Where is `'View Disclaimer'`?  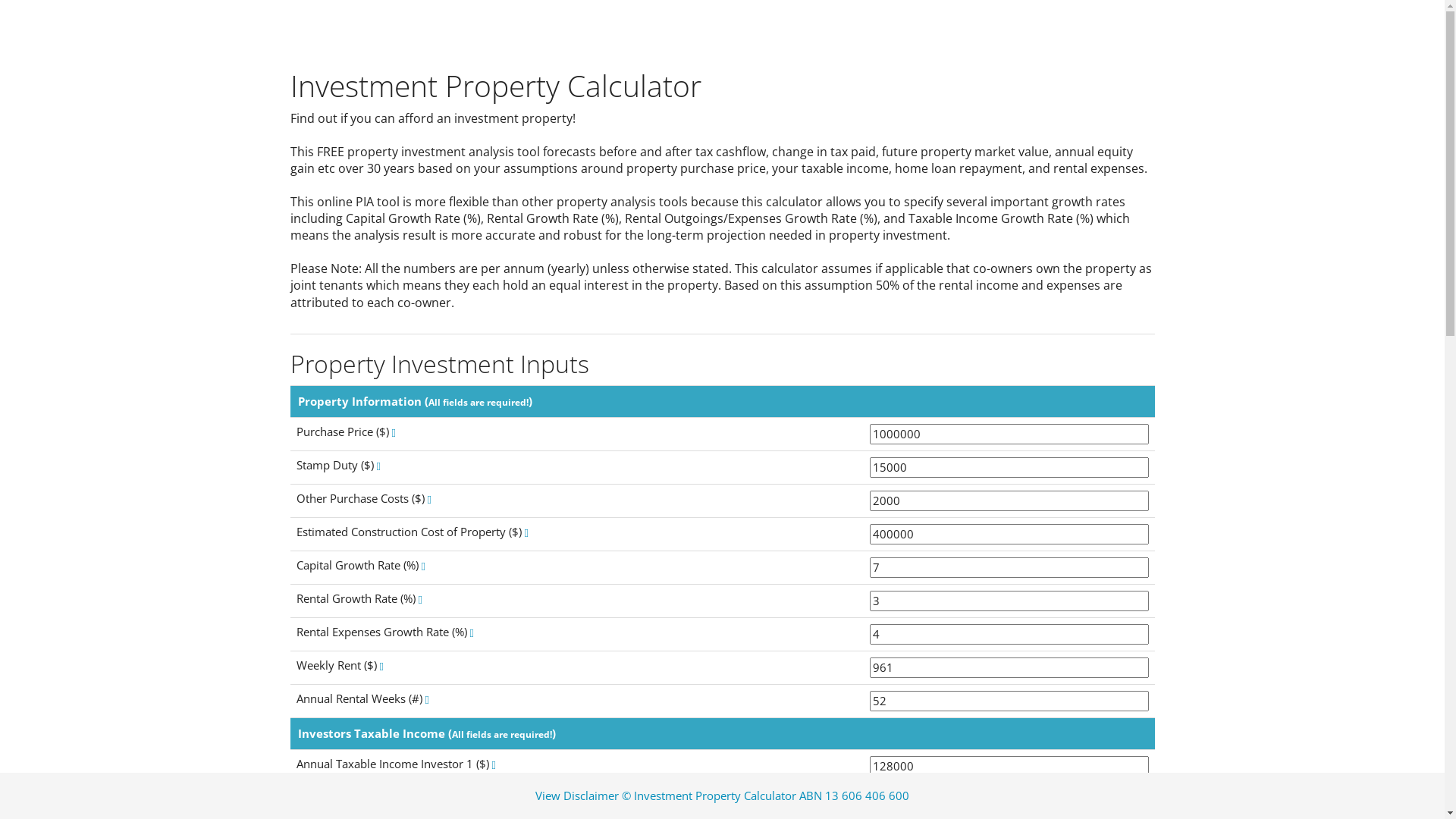 'View Disclaimer' is located at coordinates (576, 795).